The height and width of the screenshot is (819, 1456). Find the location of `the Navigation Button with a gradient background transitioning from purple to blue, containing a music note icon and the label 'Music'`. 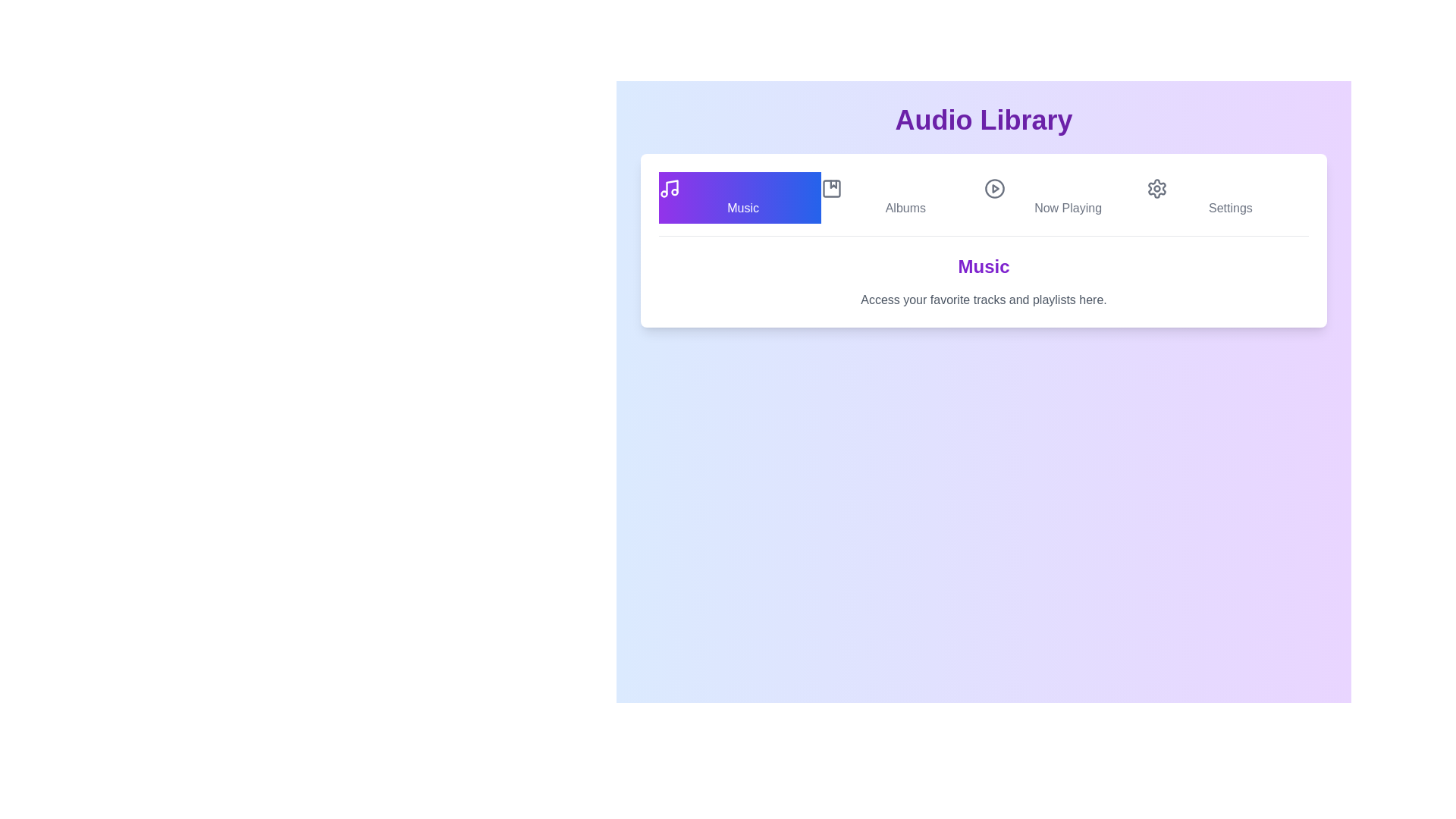

the Navigation Button with a gradient background transitioning from purple to blue, containing a music note icon and the label 'Music' is located at coordinates (740, 197).